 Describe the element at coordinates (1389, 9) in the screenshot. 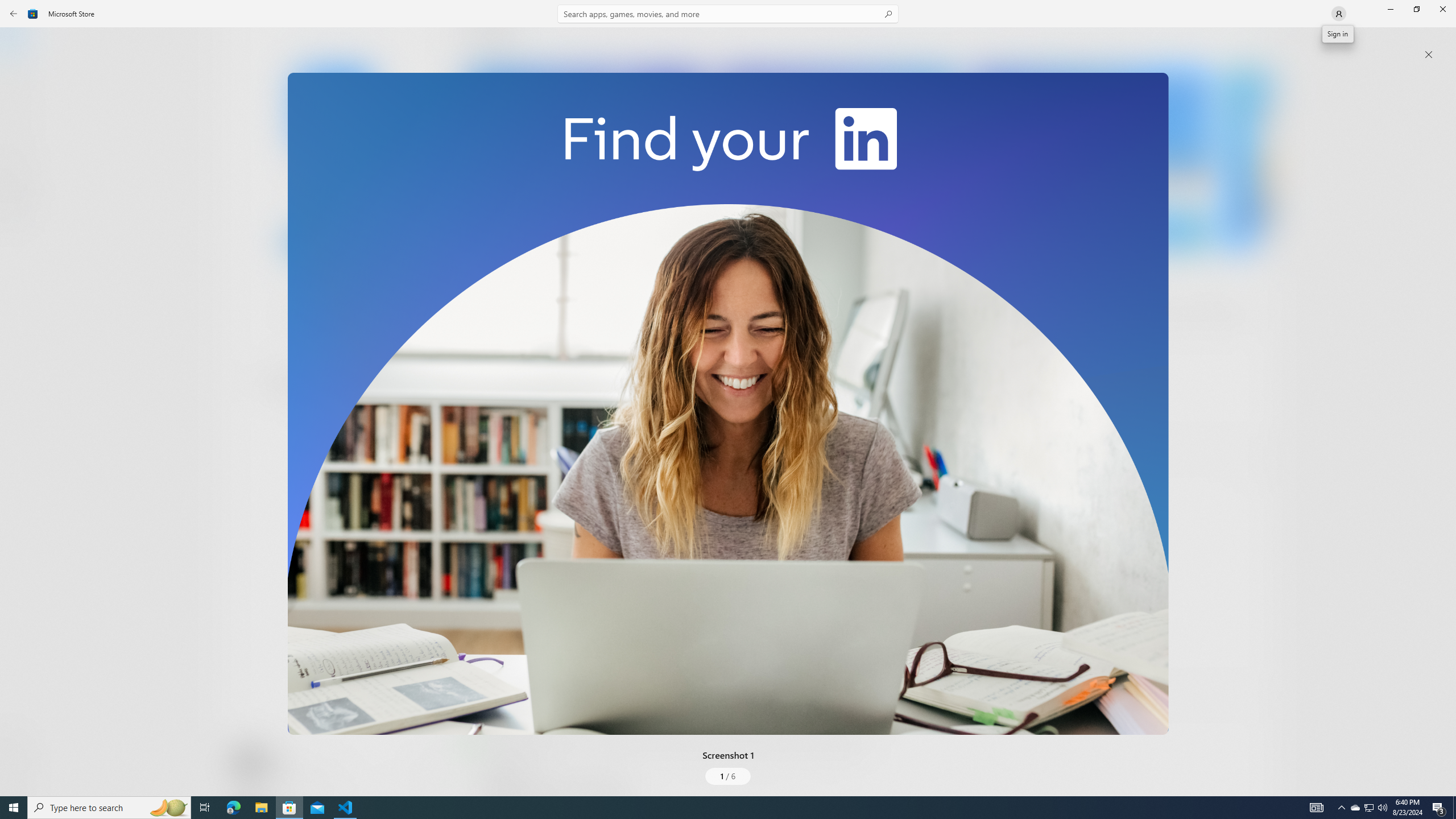

I see `'Minimize Microsoft Store'` at that location.